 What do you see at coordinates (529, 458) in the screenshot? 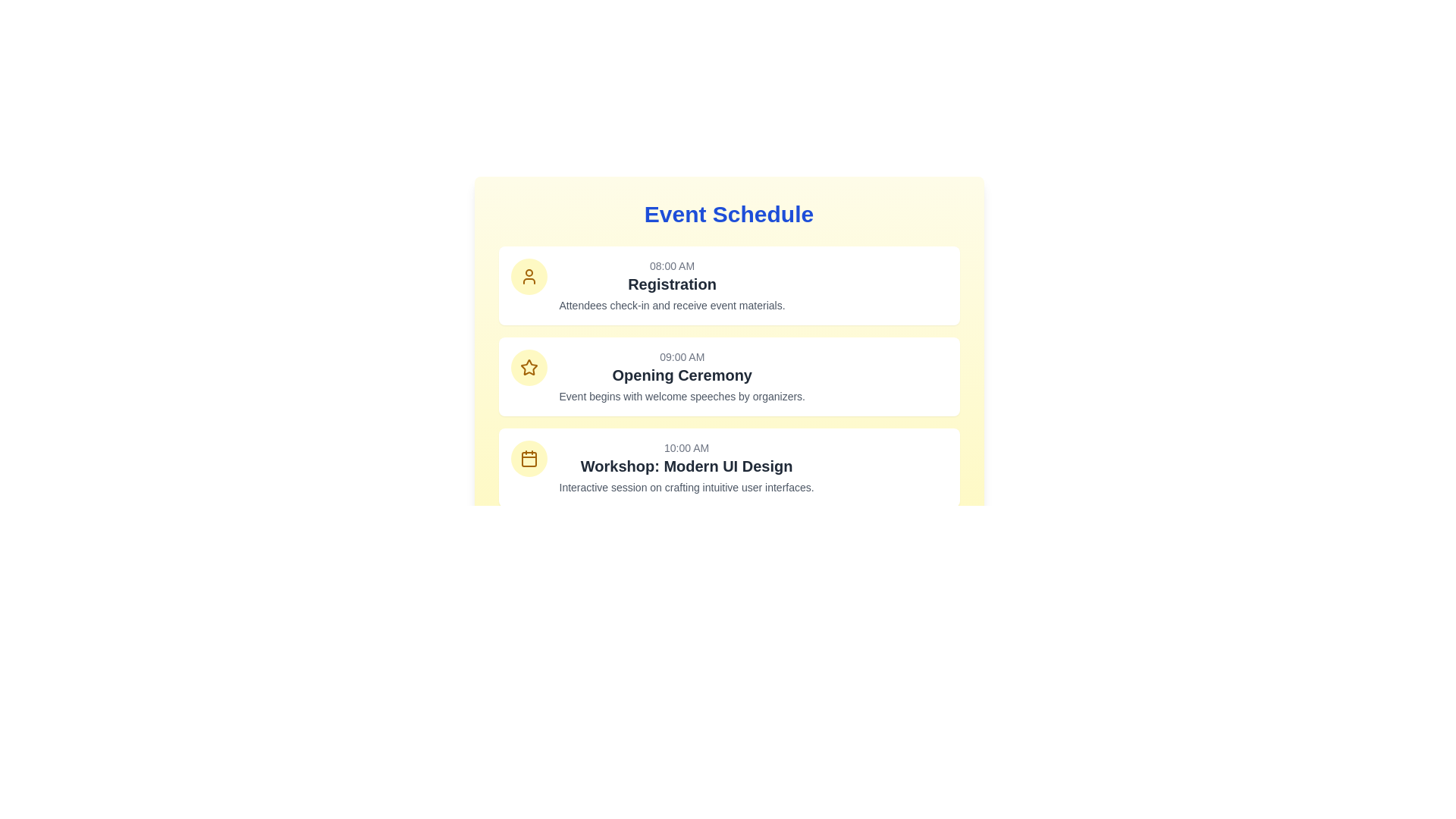
I see `the calendar icon located in the third event card, positioned to the left of the text information` at bounding box center [529, 458].